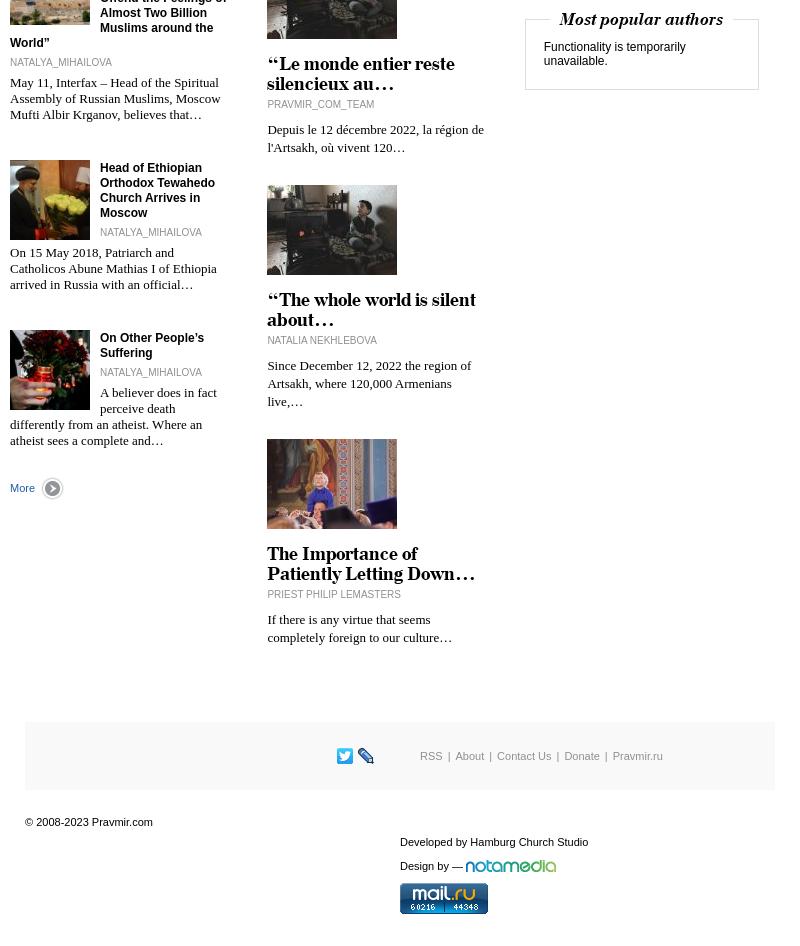 This screenshot has width=800, height=946. I want to click on 'If there is any virtue that seems completely foreign to our culture…', so click(359, 627).